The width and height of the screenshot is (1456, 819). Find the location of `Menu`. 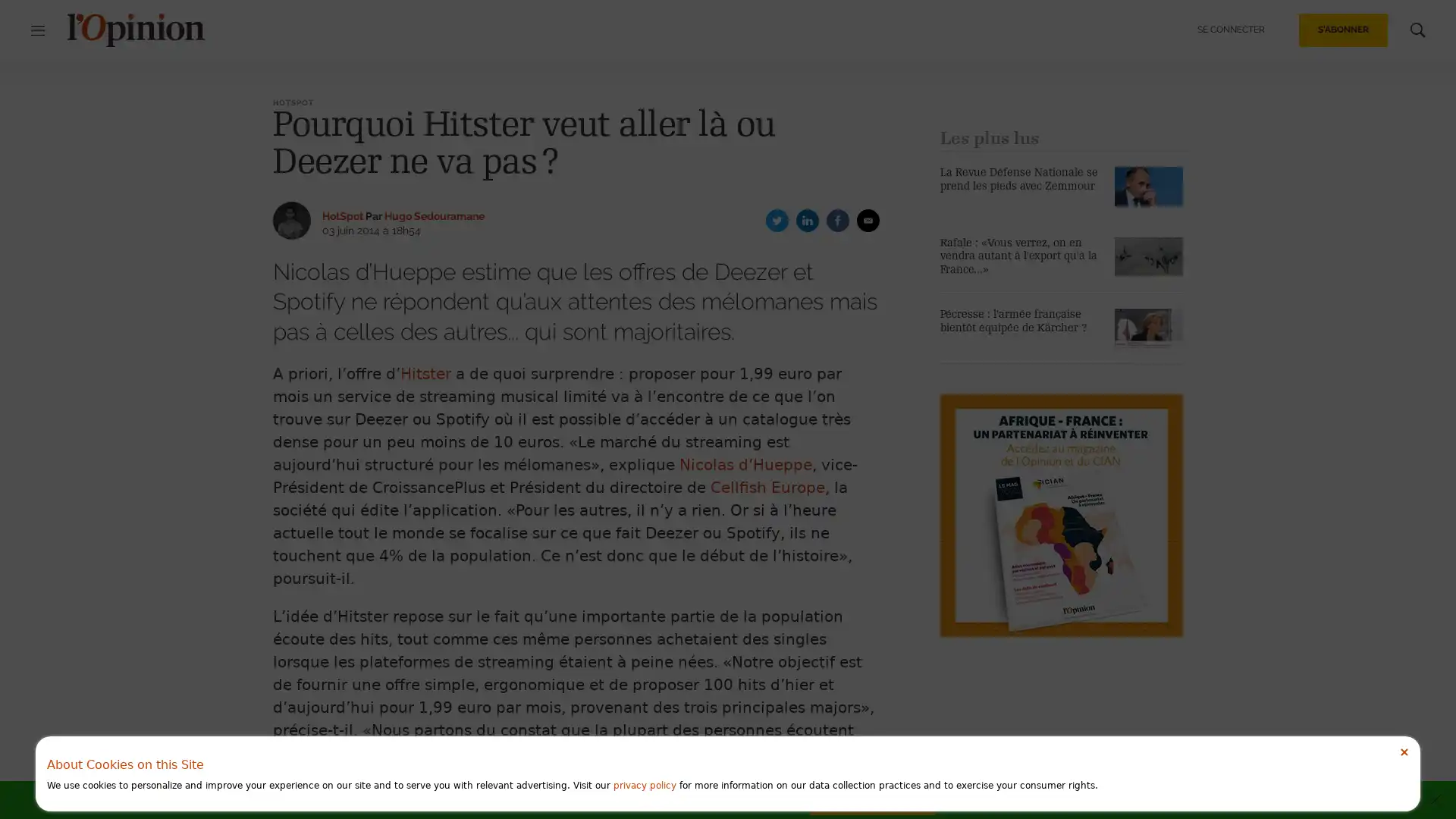

Menu is located at coordinates (45, 30).